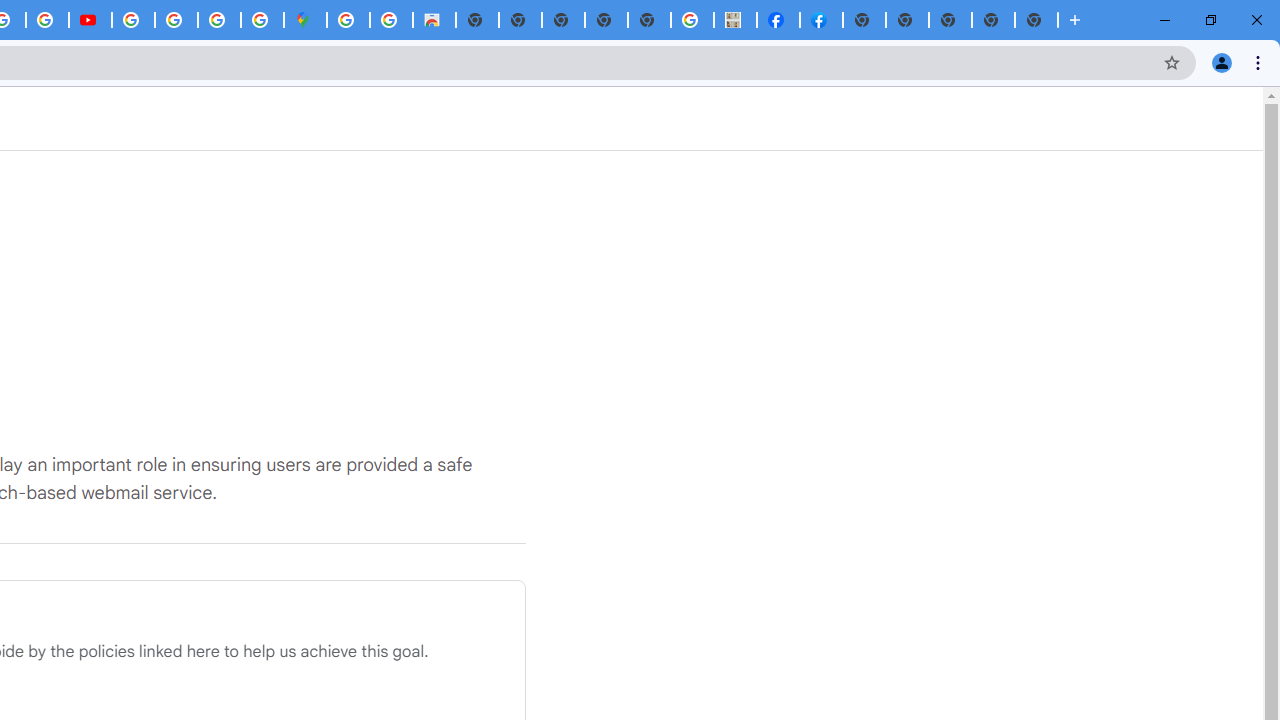 The width and height of the screenshot is (1280, 720). Describe the element at coordinates (304, 20) in the screenshot. I see `'Google Maps'` at that location.